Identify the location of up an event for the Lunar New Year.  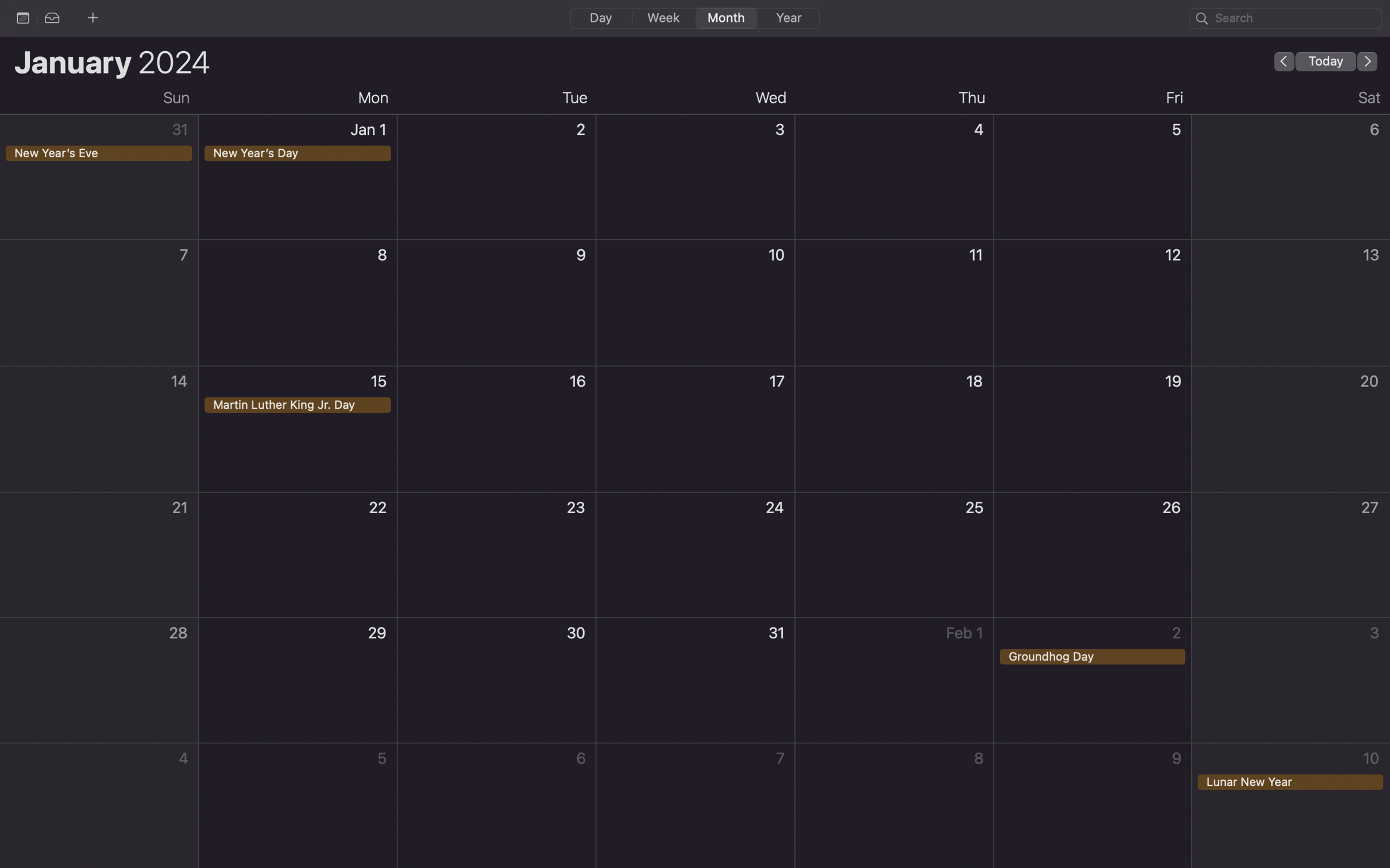
(1291, 803).